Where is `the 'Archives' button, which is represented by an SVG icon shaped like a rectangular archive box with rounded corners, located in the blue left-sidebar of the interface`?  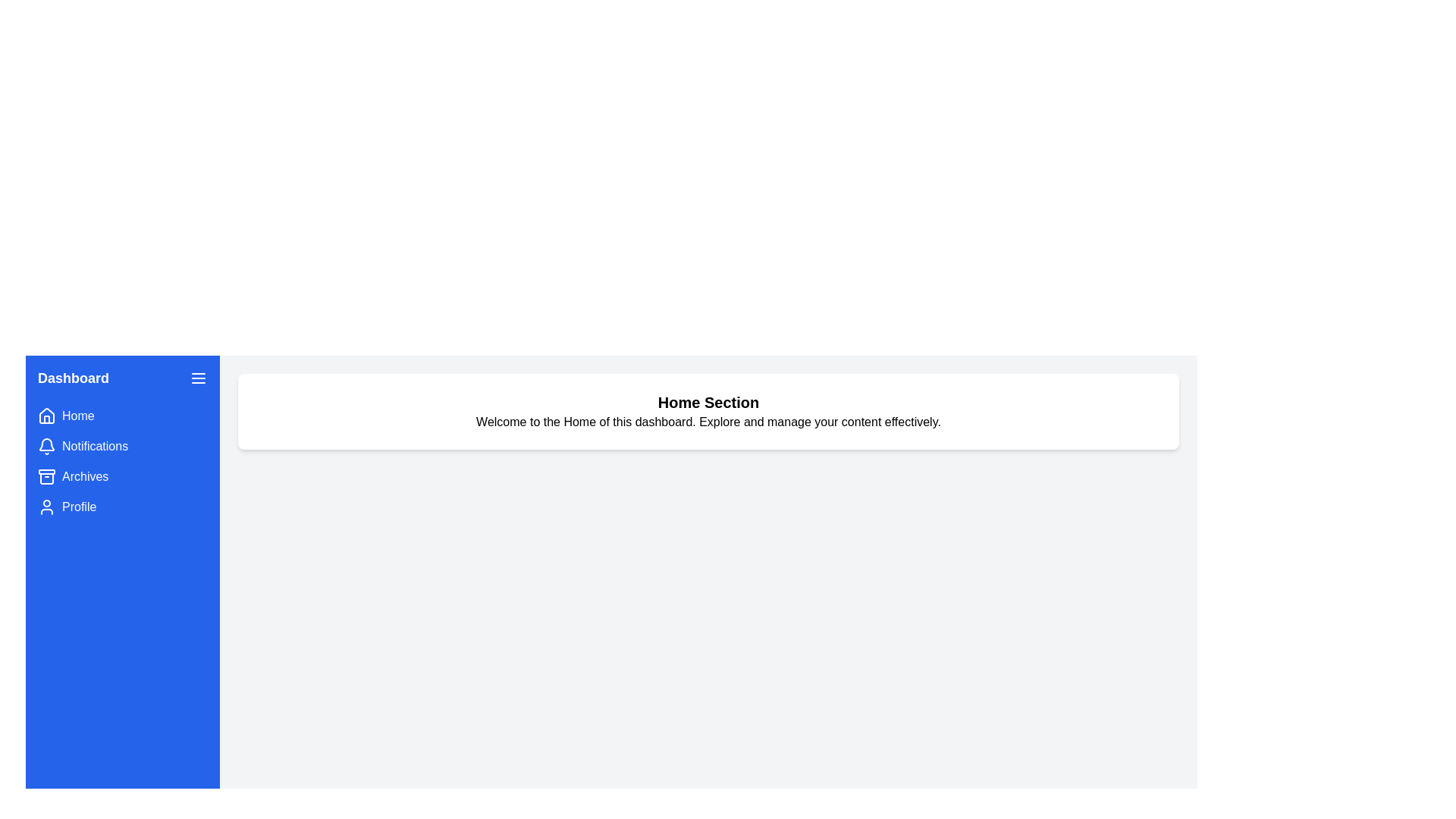 the 'Archives' button, which is represented by an SVG icon shaped like a rectangular archive box with rounded corners, located in the blue left-sidebar of the interface is located at coordinates (47, 479).